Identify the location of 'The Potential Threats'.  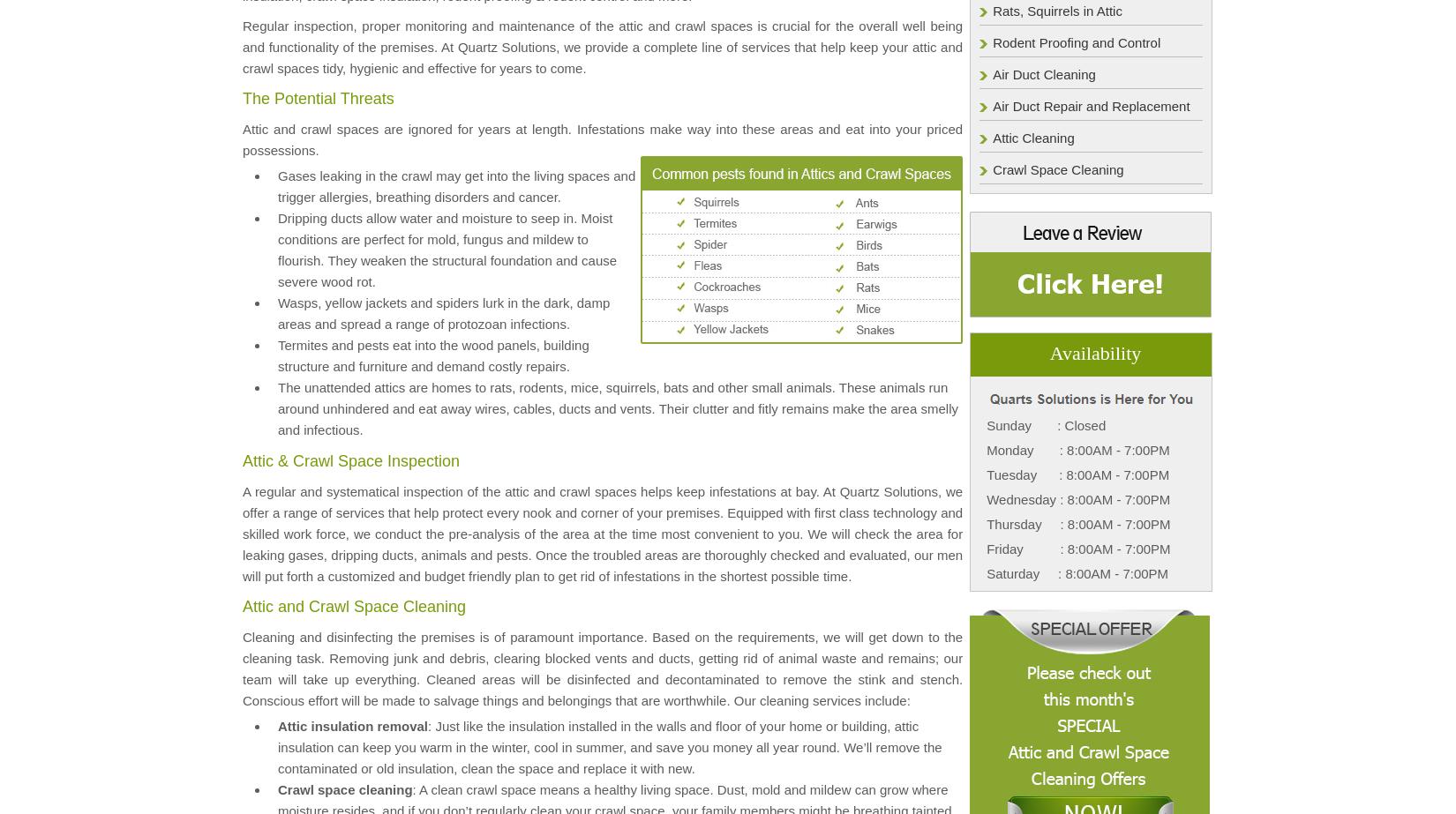
(318, 98).